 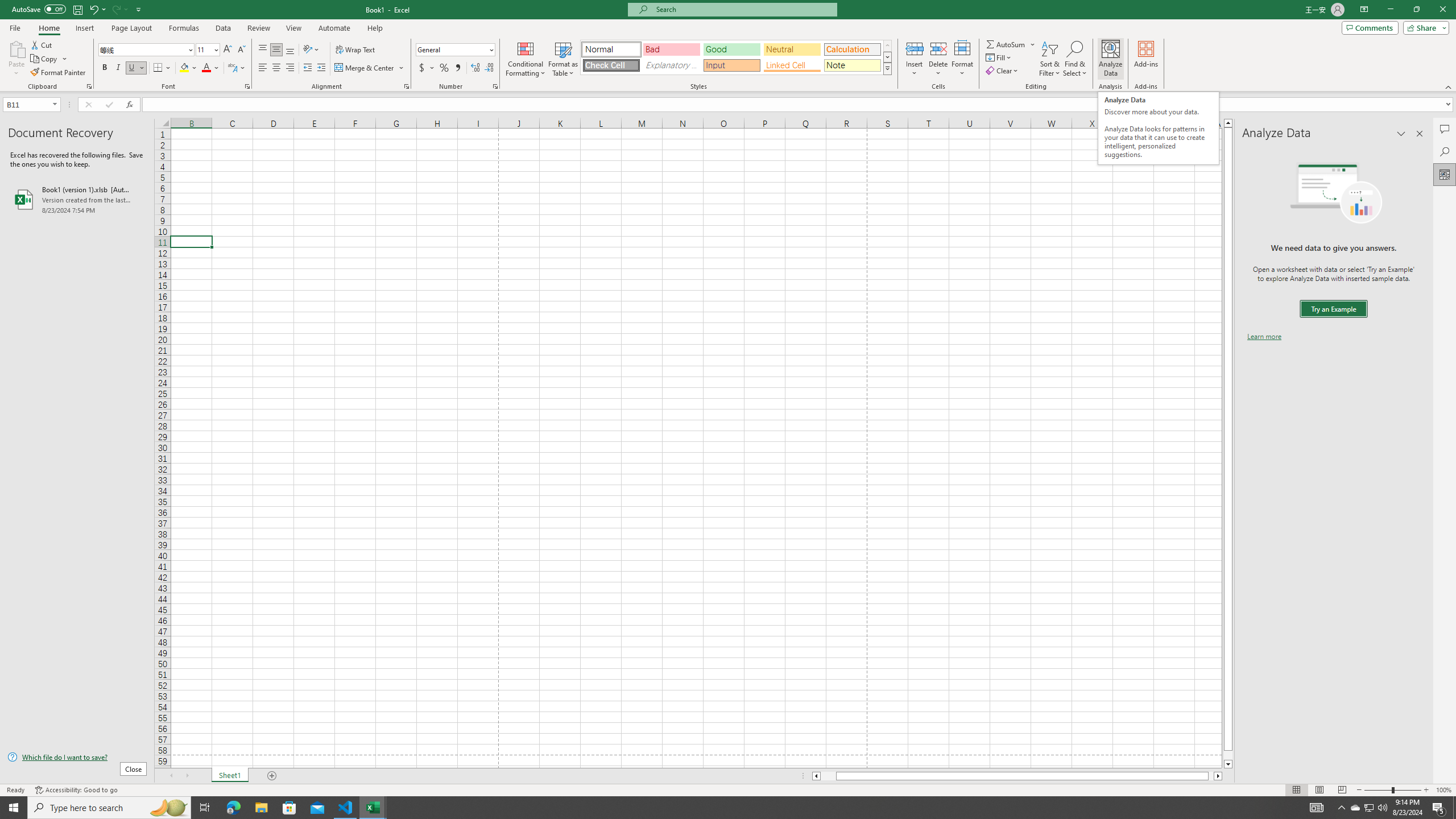 What do you see at coordinates (611, 65) in the screenshot?
I see `'Check Cell'` at bounding box center [611, 65].